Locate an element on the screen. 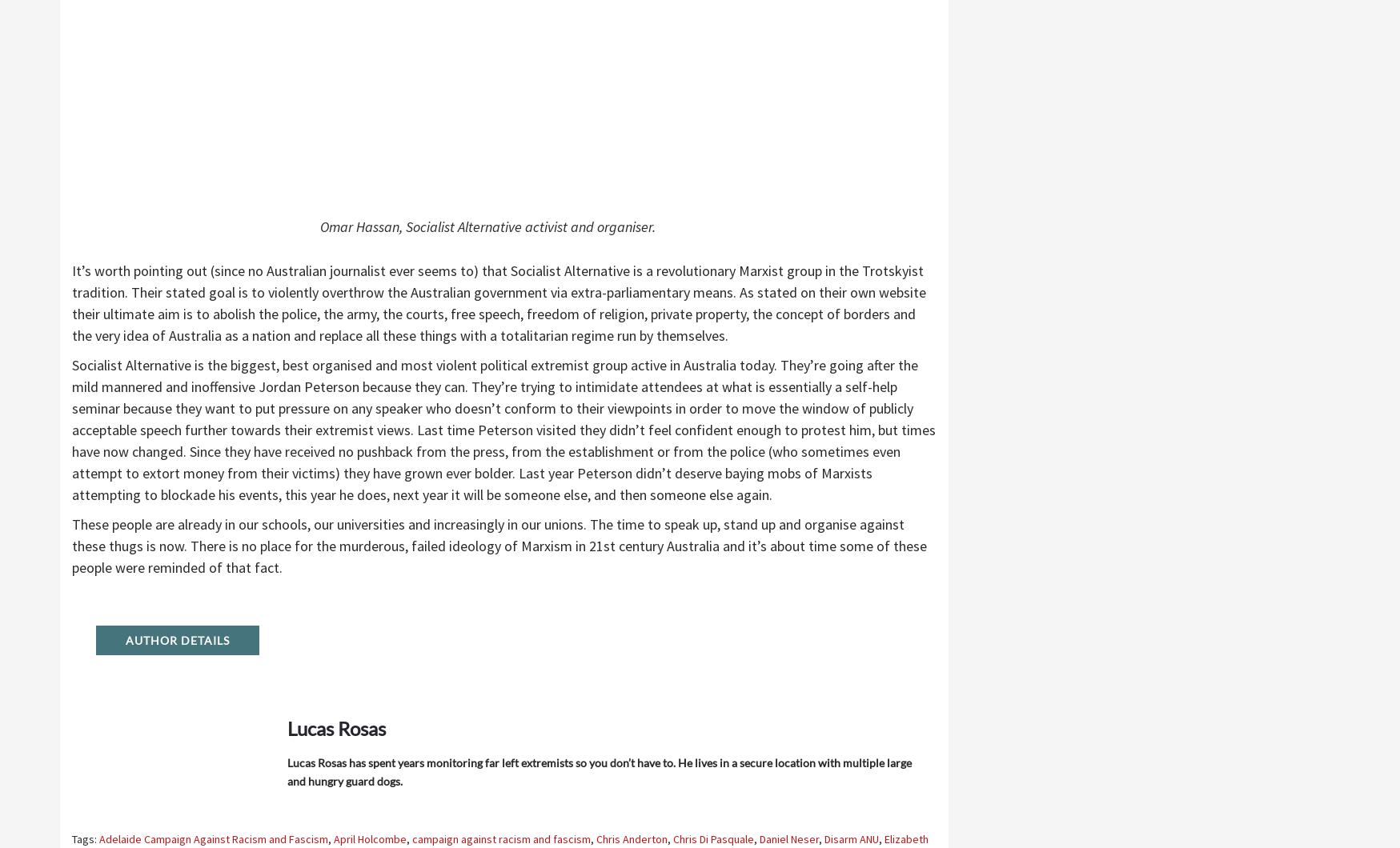 The width and height of the screenshot is (1400, 848). 'Omar Hassan, Socialist Alternative activist and organiser.' is located at coordinates (487, 226).